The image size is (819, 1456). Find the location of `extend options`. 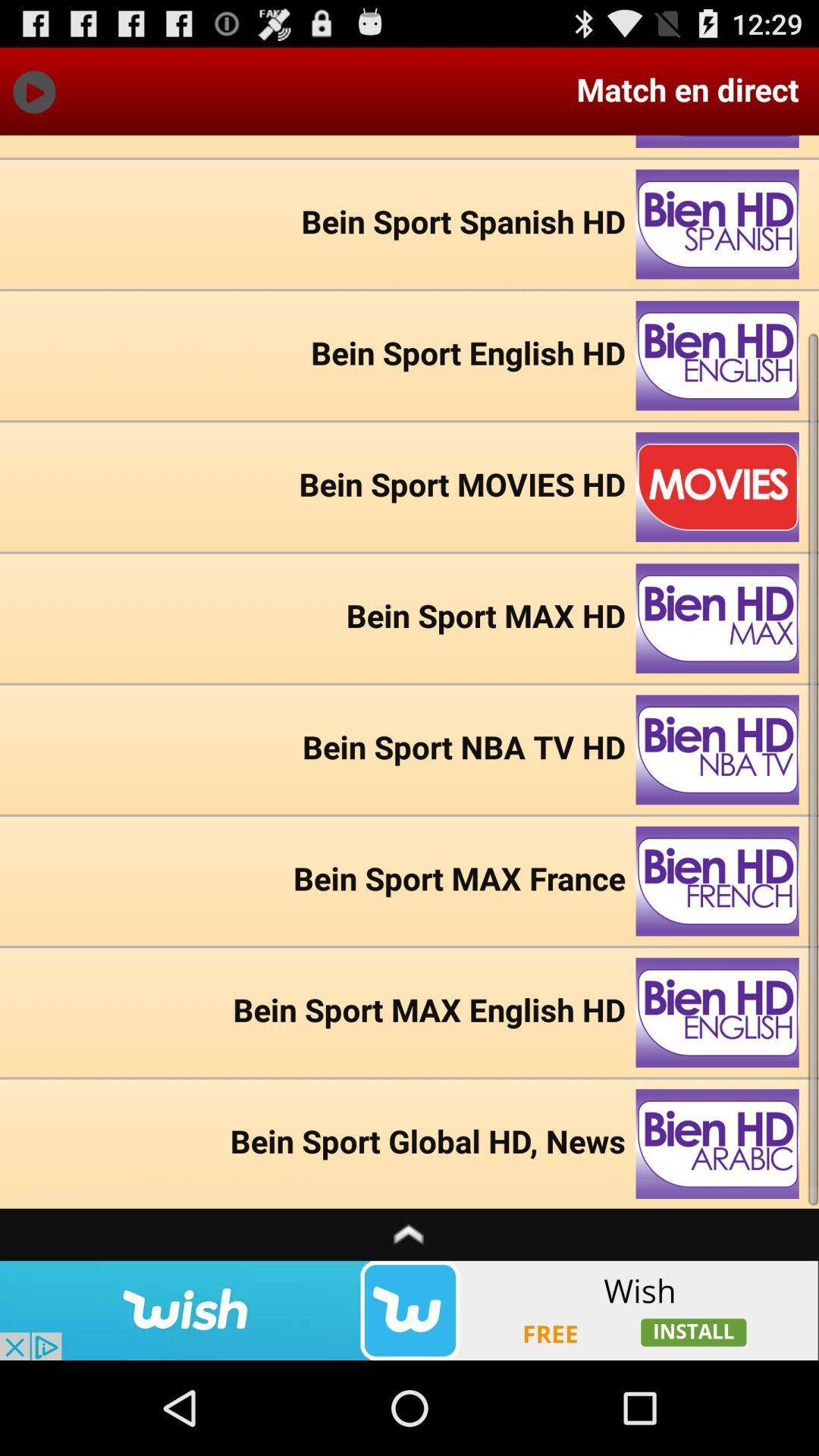

extend options is located at coordinates (409, 1235).